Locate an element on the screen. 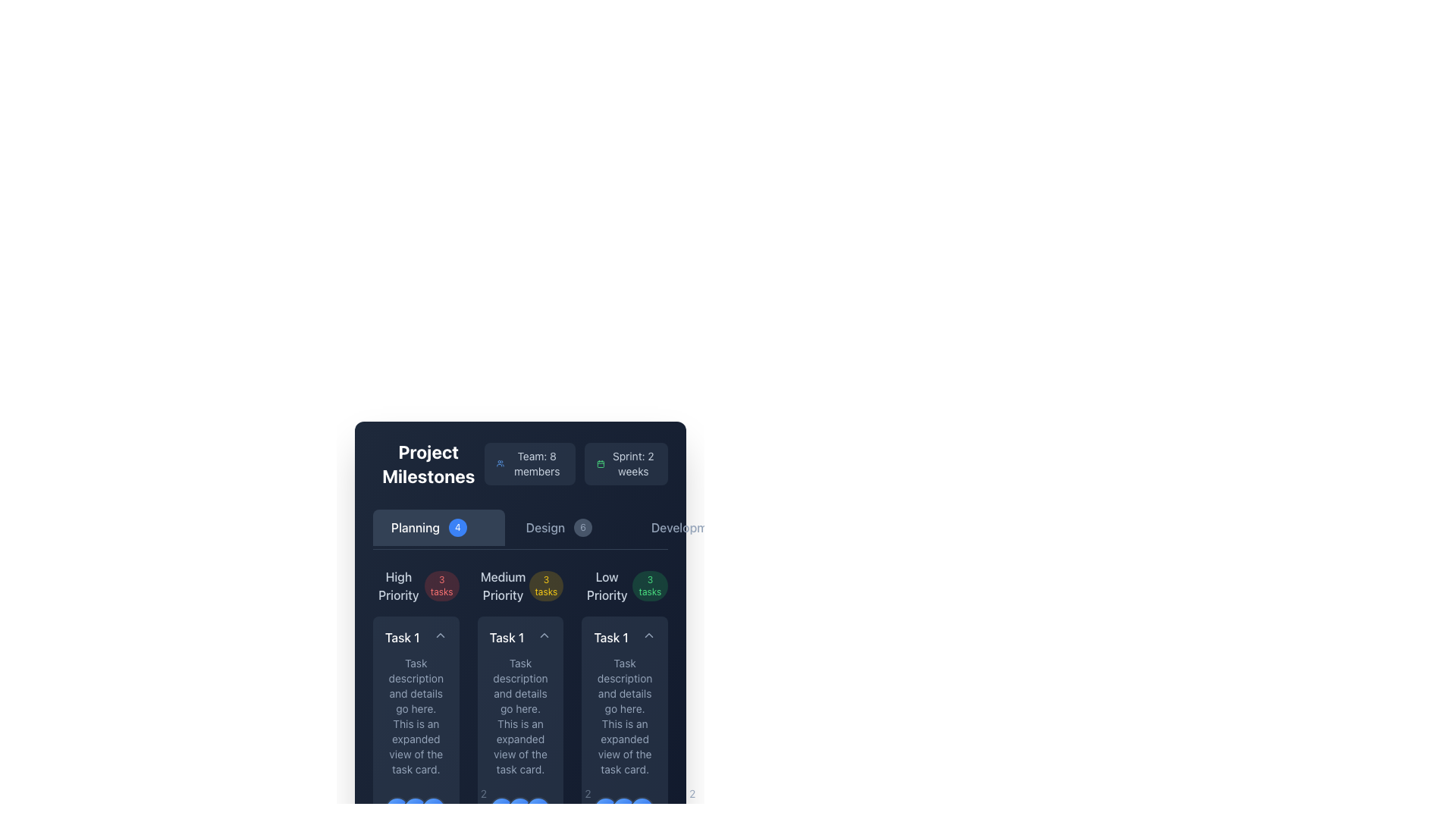 The image size is (1456, 819). the text label displaying 'High Priority', which is positioned at the top-left of the task priorities section is located at coordinates (398, 585).